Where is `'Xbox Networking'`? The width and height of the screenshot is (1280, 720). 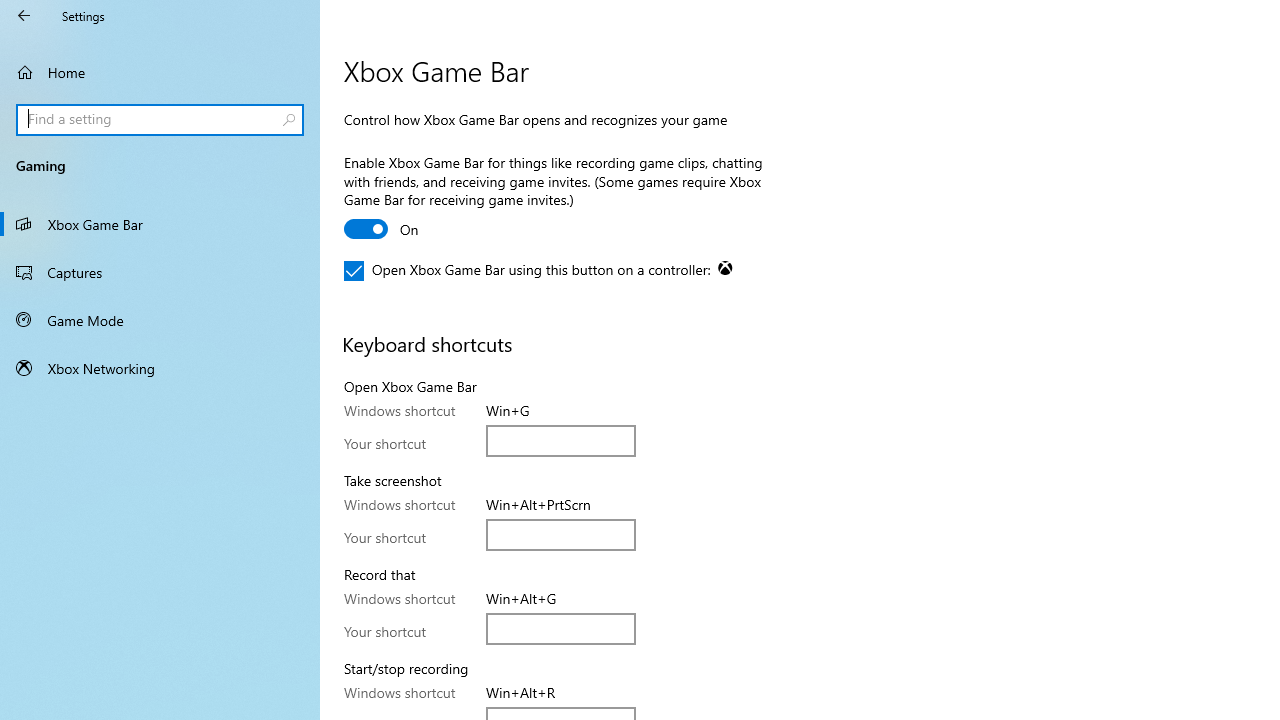 'Xbox Networking' is located at coordinates (160, 367).